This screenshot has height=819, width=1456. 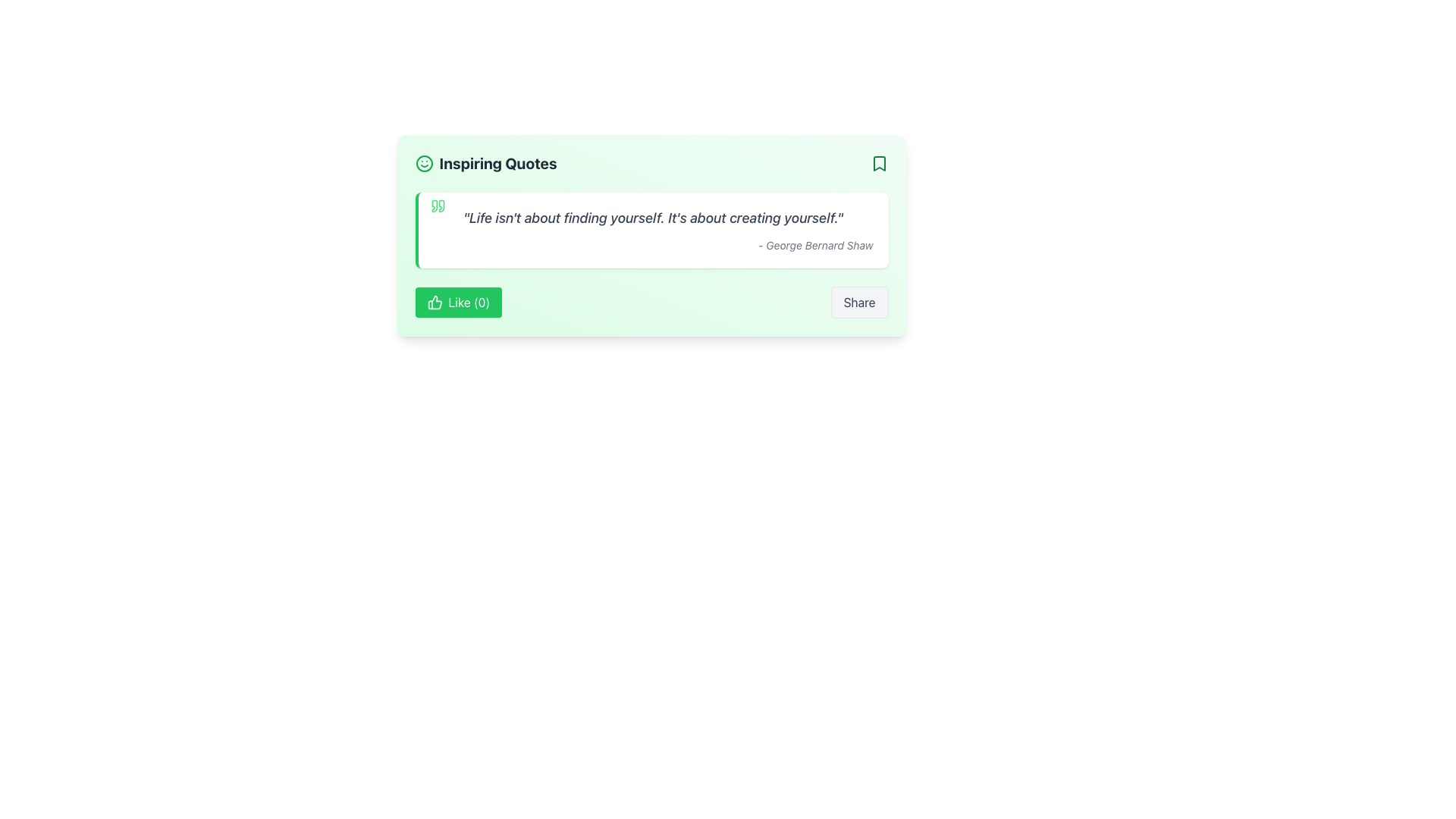 I want to click on motivational quote text displayed in the quote card component, which is centrally positioned above the author's name, 'George Bernard Shaw', so click(x=653, y=218).